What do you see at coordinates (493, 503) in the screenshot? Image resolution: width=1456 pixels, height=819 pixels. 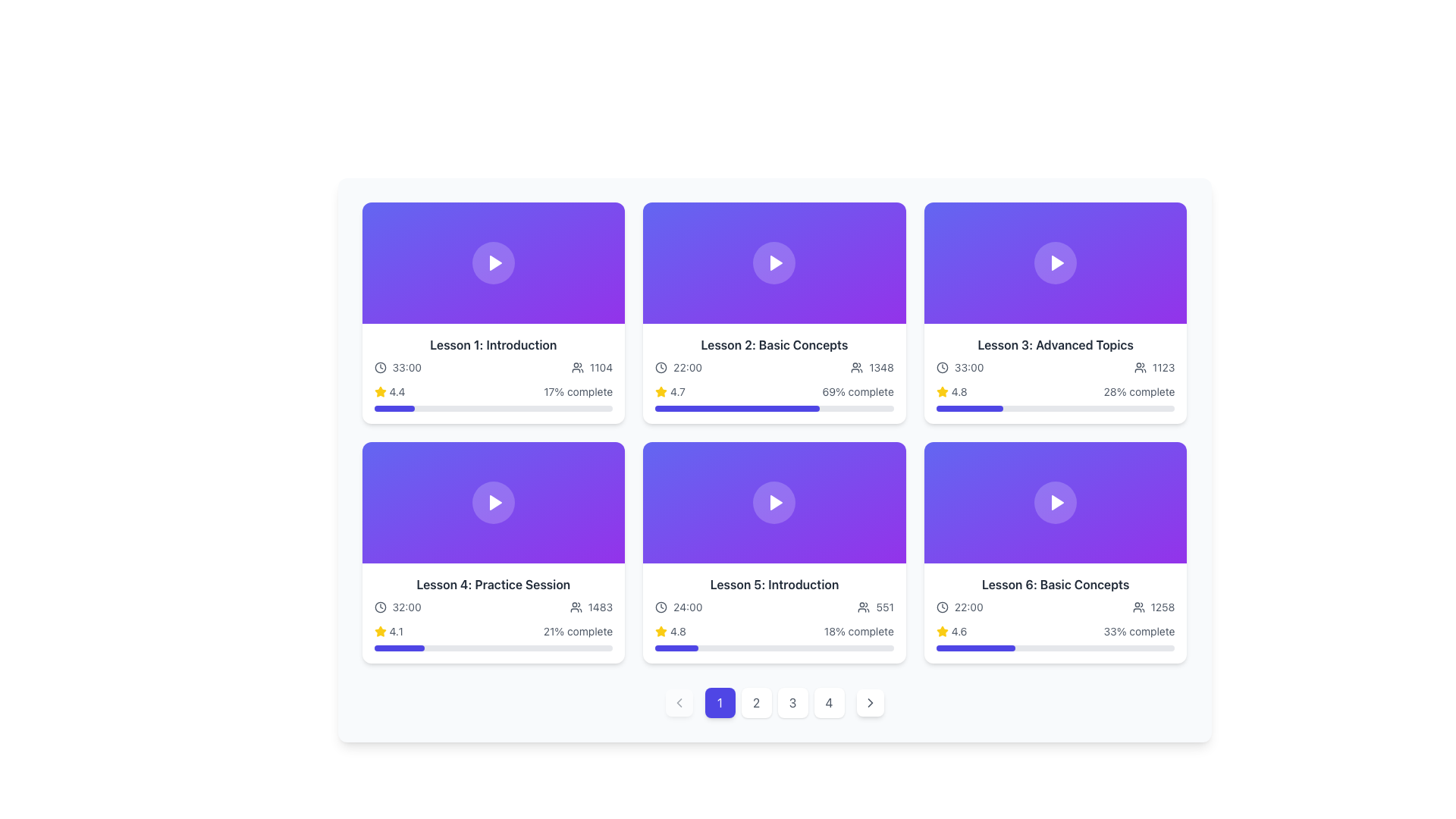 I see `the play button located centrally within the preview area of the card labeled 'Lesson 4: Practice Session' to initiate playback of the associated content` at bounding box center [493, 503].